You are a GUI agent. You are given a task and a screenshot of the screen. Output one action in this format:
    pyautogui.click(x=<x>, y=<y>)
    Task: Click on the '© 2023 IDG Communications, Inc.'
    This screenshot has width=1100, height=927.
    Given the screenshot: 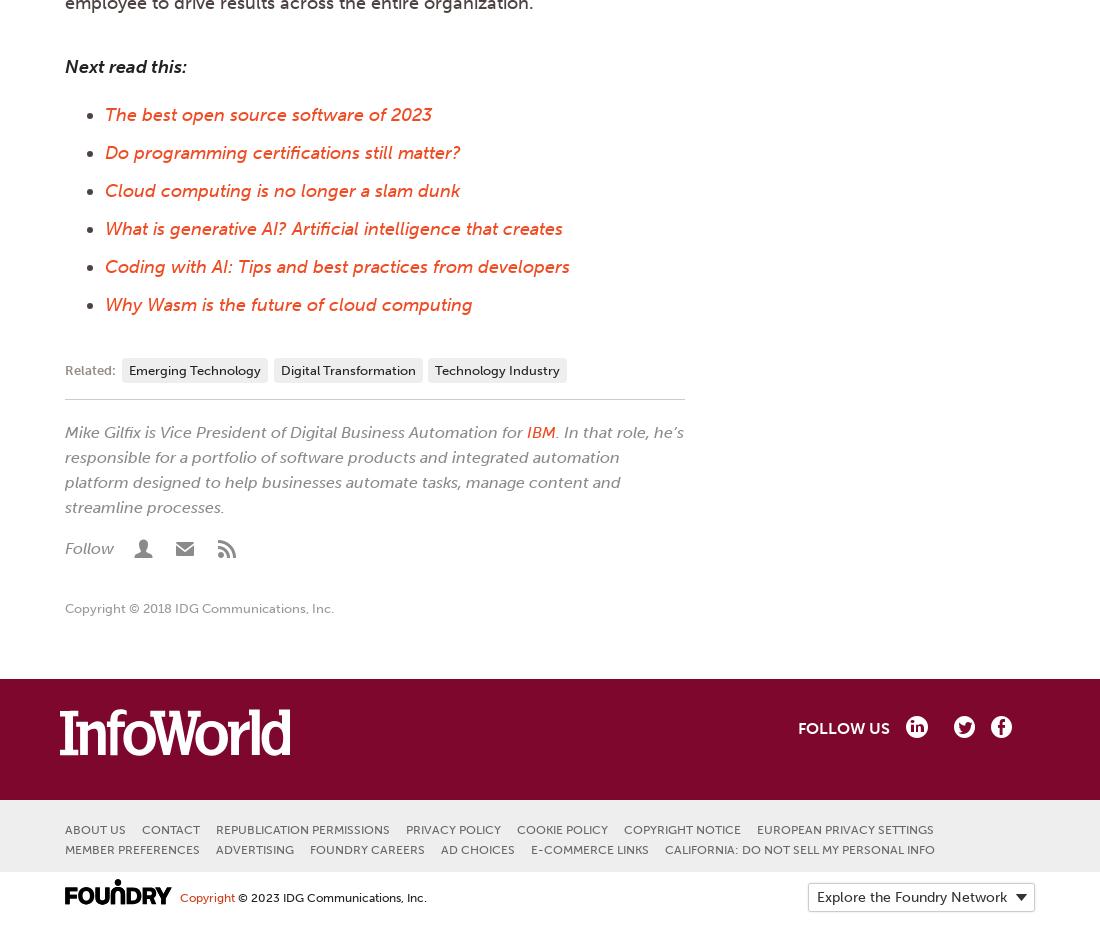 What is the action you would take?
    pyautogui.click(x=329, y=897)
    